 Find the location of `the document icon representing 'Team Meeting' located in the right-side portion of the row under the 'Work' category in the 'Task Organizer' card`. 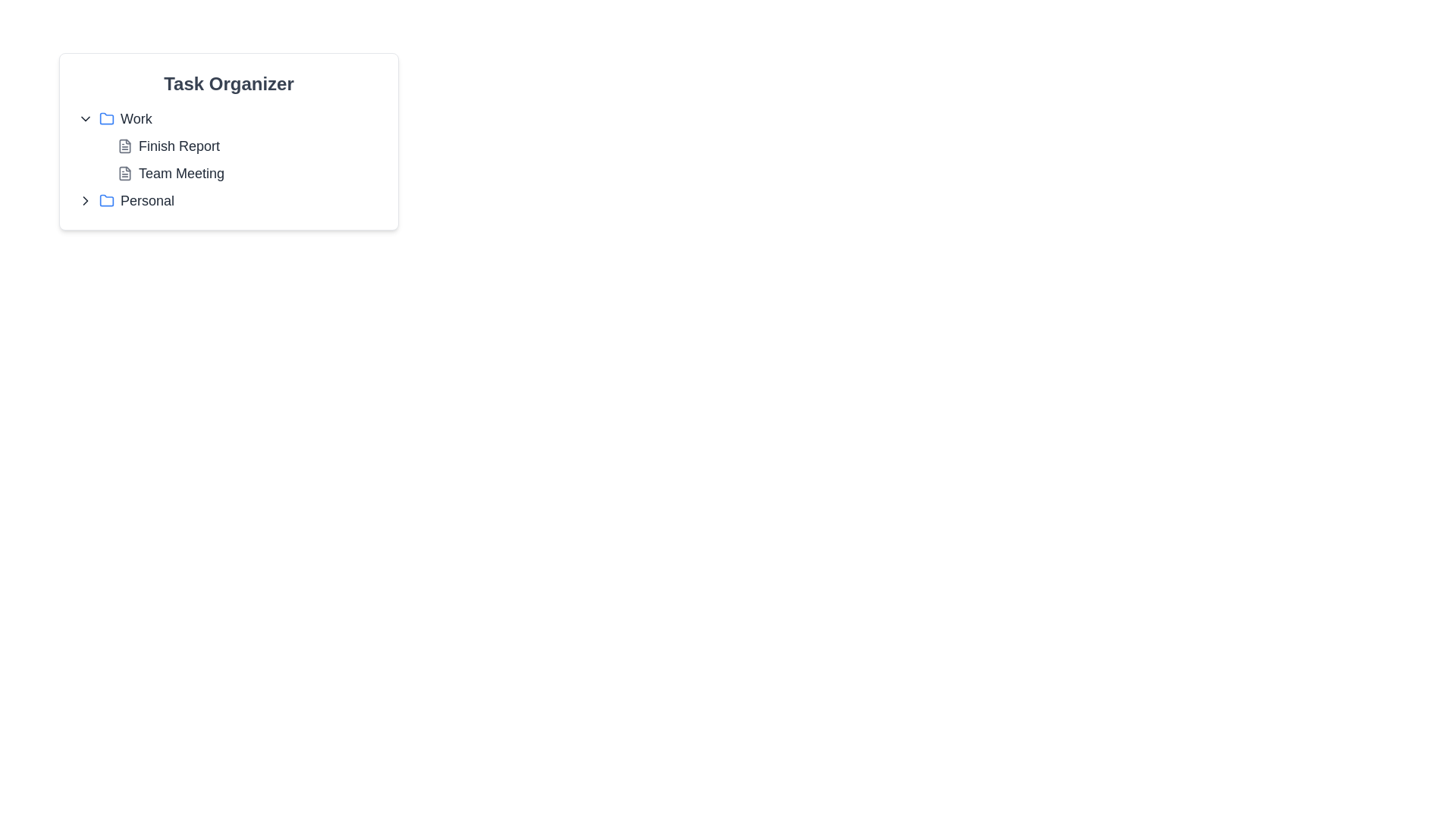

the document icon representing 'Team Meeting' located in the right-side portion of the row under the 'Work' category in the 'Task Organizer' card is located at coordinates (124, 172).